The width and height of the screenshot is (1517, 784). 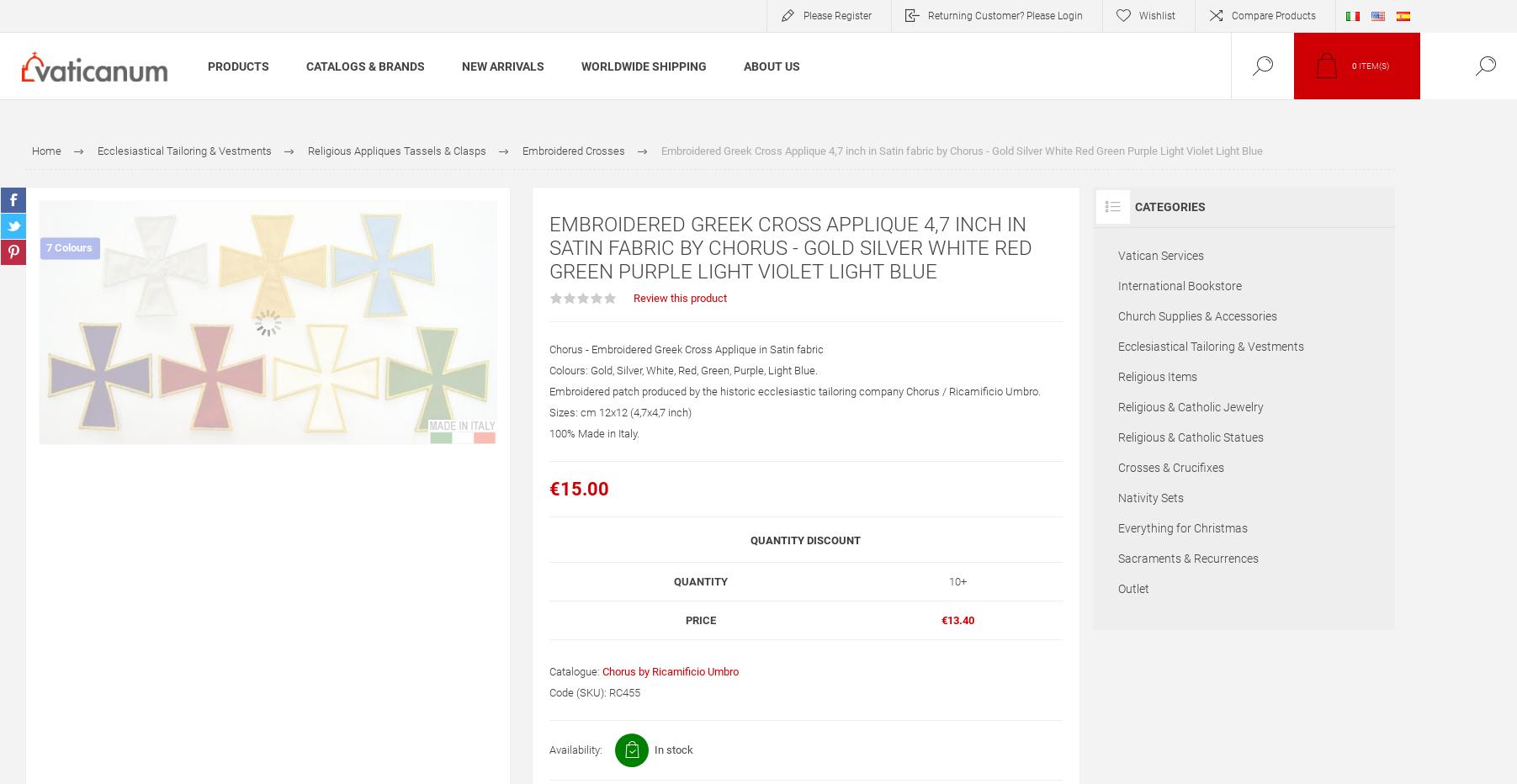 What do you see at coordinates (644, 66) in the screenshot?
I see `'Worldwide Shipping'` at bounding box center [644, 66].